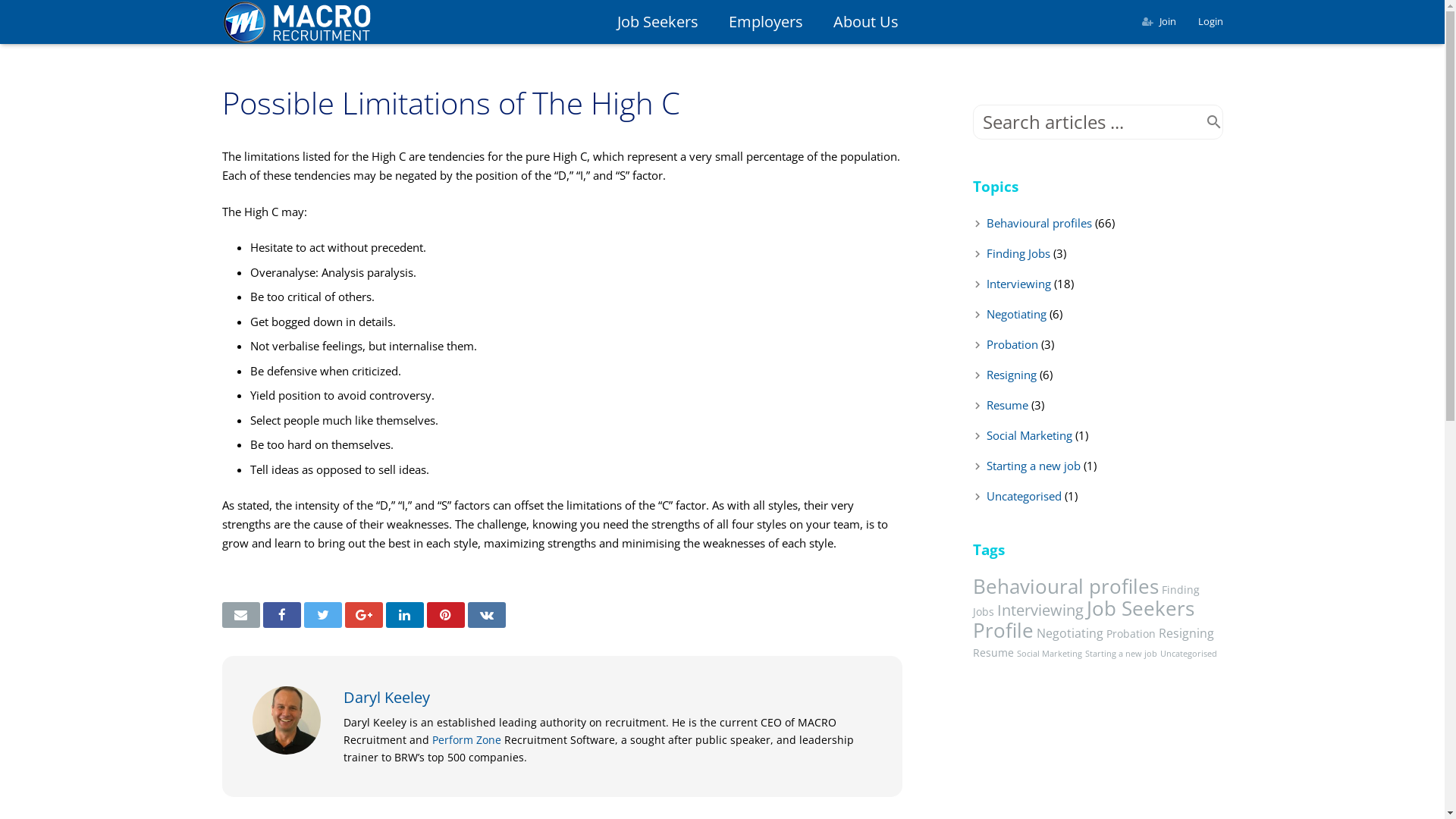 This screenshot has height=819, width=1456. Describe the element at coordinates (712, 22) in the screenshot. I see `'Employers'` at that location.